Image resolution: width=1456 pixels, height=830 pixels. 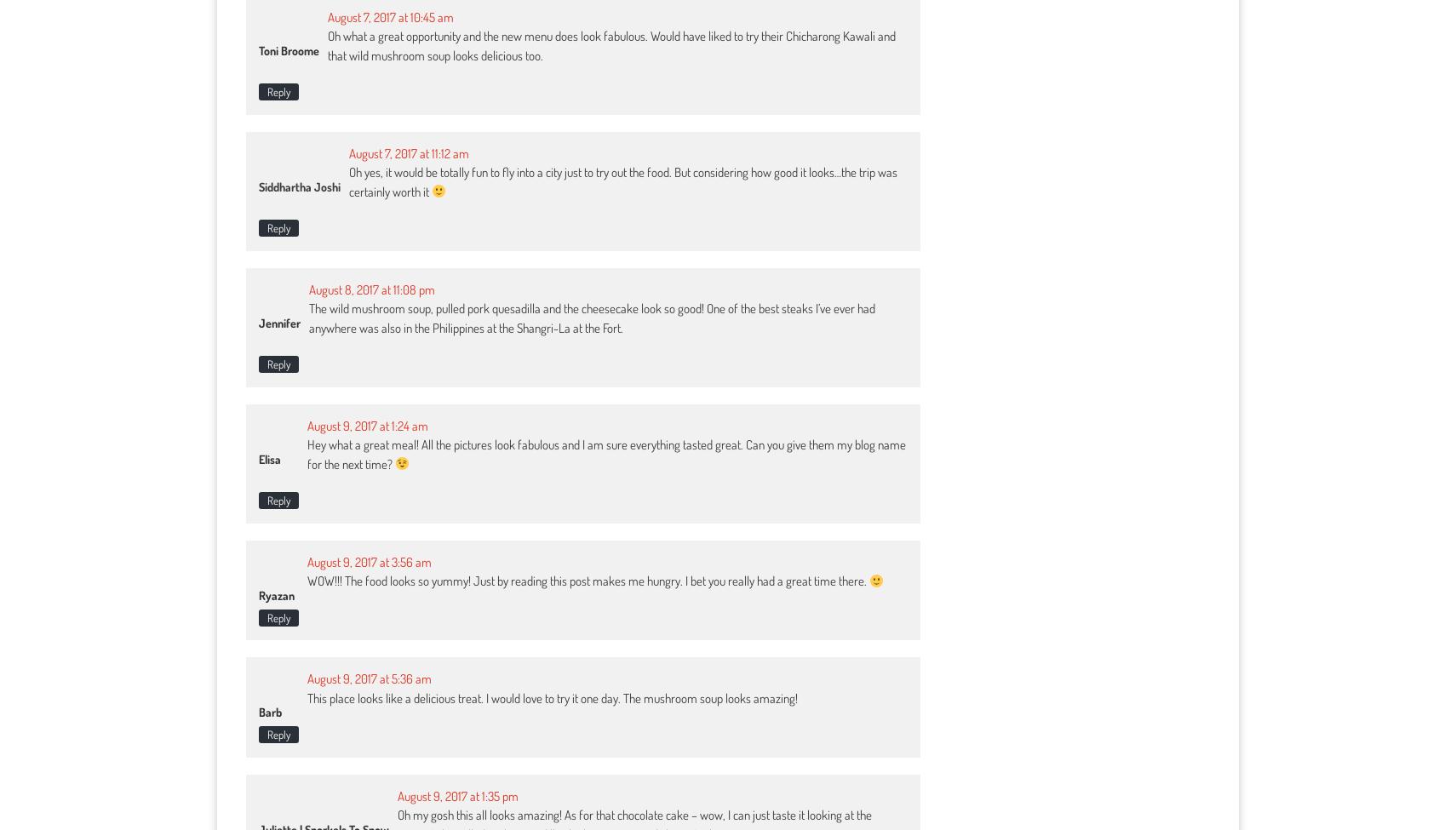 I want to click on 'Jennifer', so click(x=258, y=321).